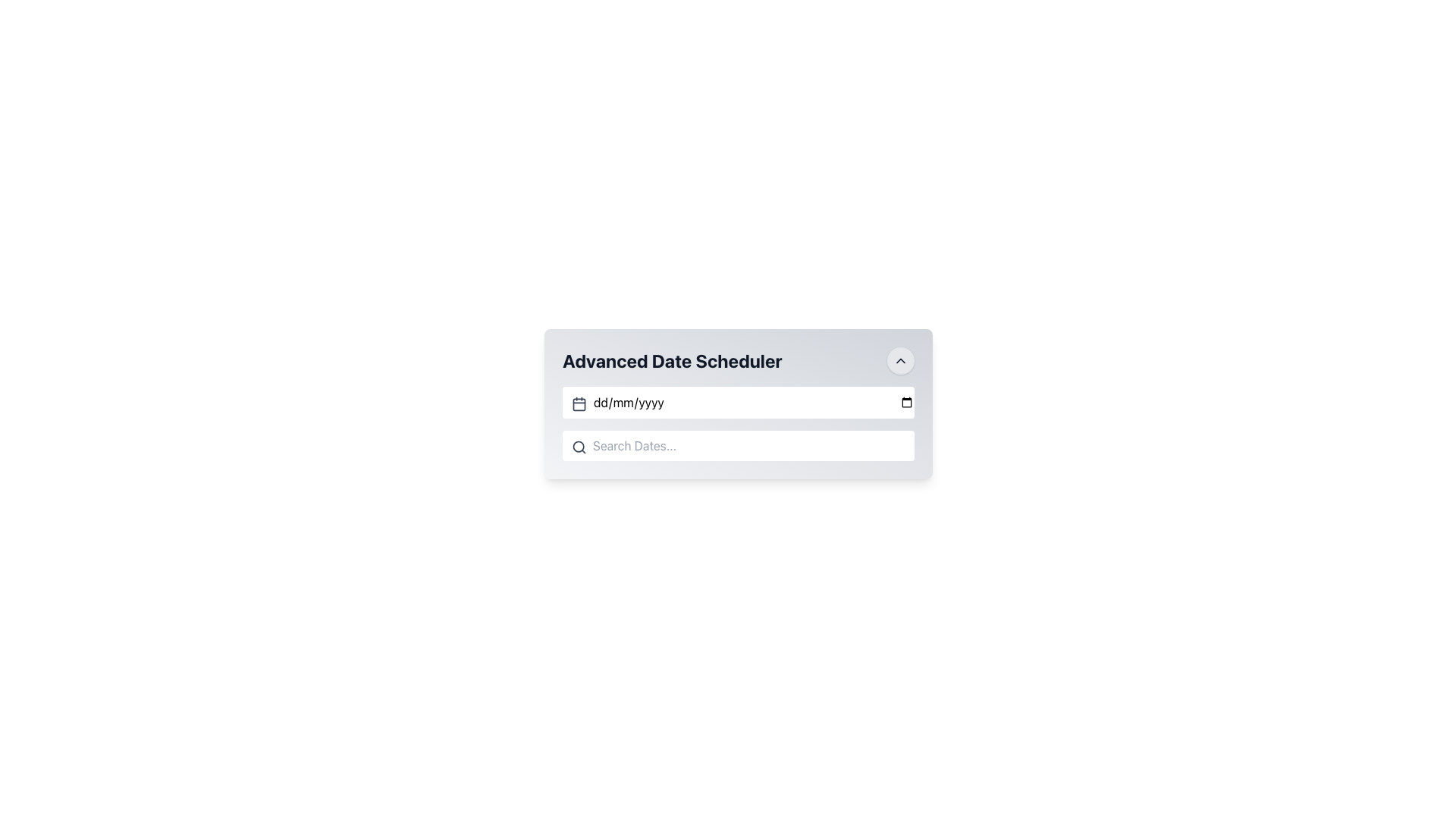 The image size is (1456, 819). What do you see at coordinates (901, 360) in the screenshot?
I see `the button located to the far right of the 'Advanced Date Scheduler' header` at bounding box center [901, 360].